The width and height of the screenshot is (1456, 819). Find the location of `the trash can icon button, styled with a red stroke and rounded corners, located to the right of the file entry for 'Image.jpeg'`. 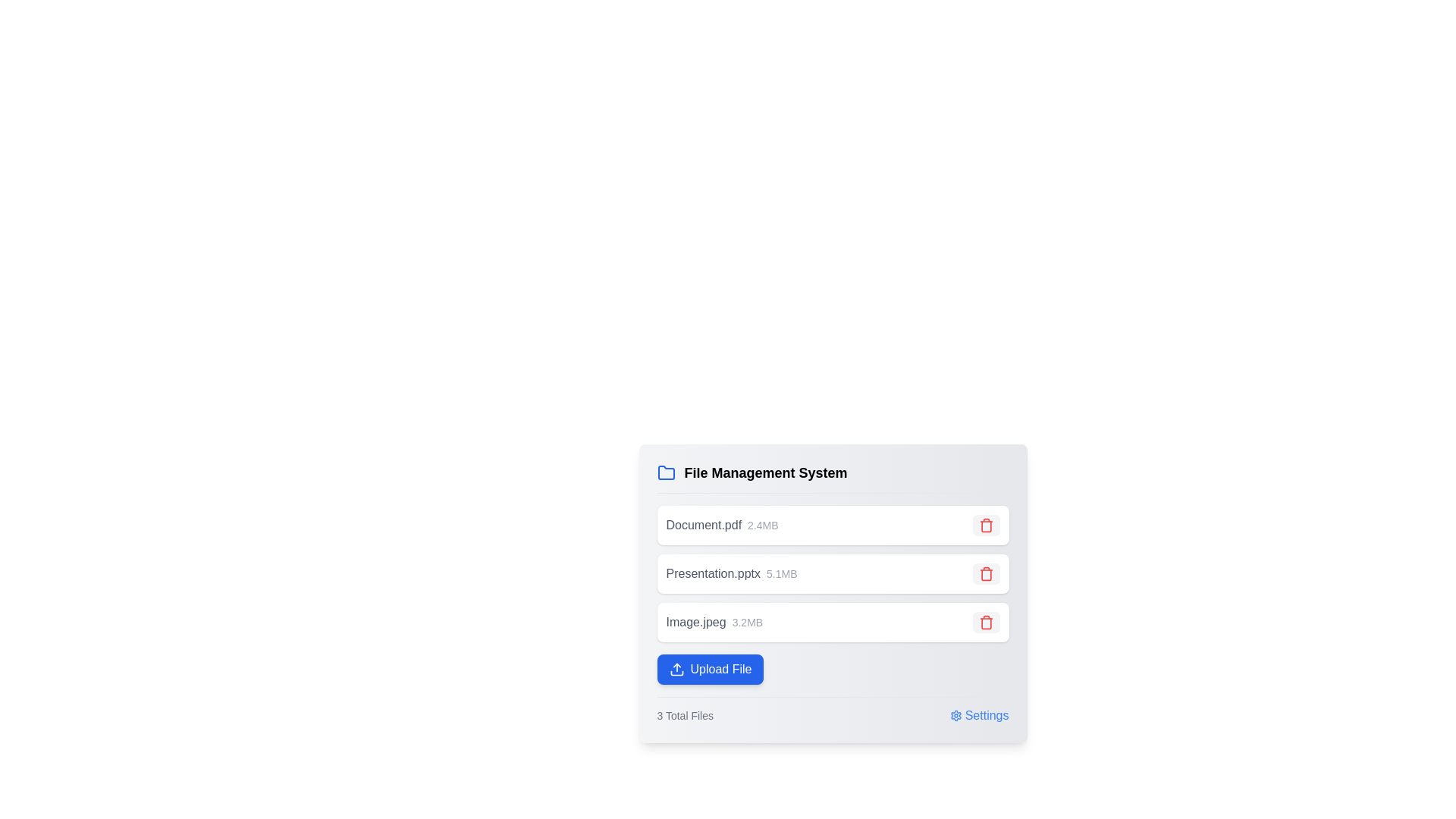

the trash can icon button, styled with a red stroke and rounded corners, located to the right of the file entry for 'Image.jpeg' is located at coordinates (986, 623).